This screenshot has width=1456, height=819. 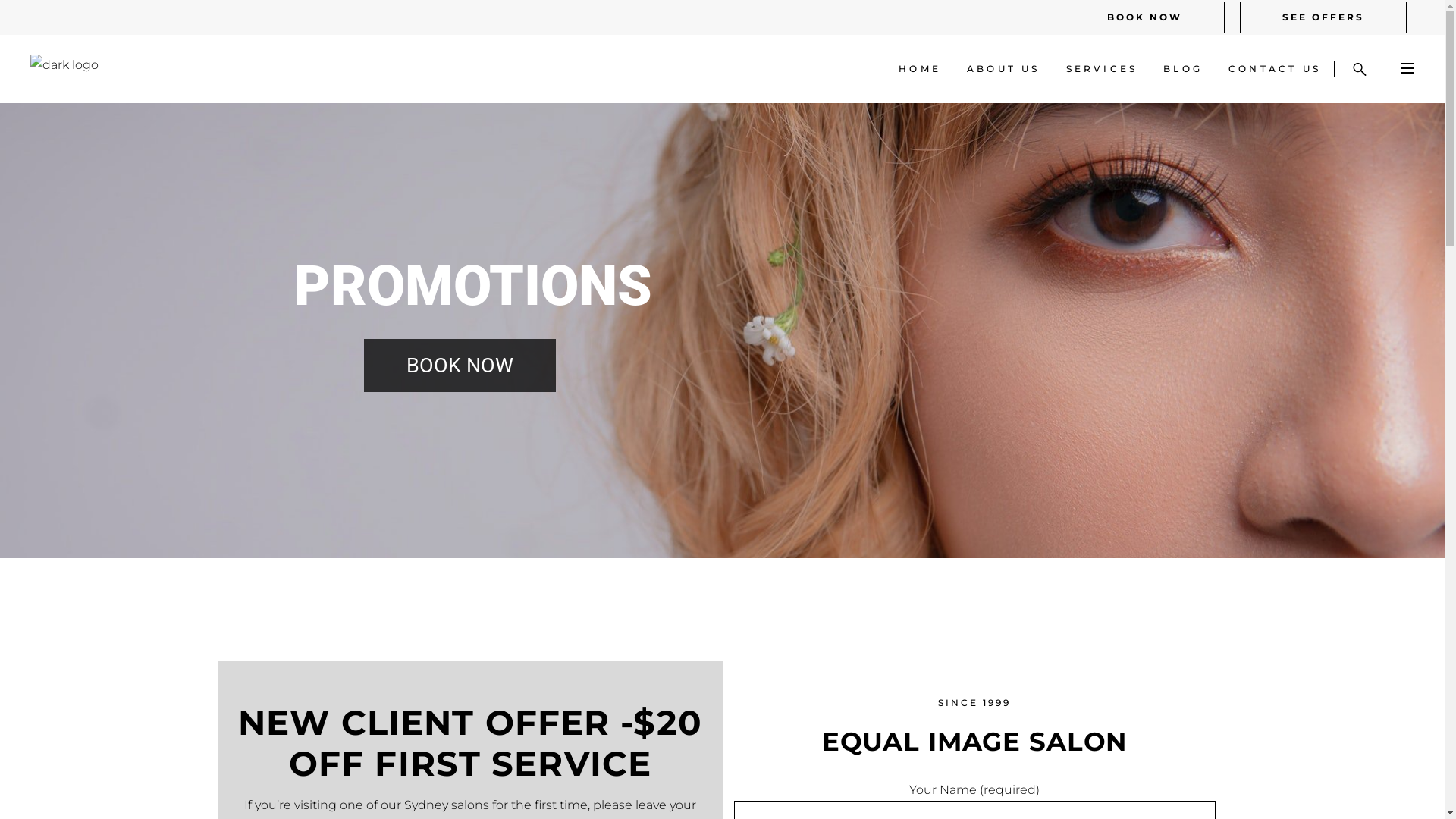 I want to click on 'SERVICES', so click(x=1102, y=69).